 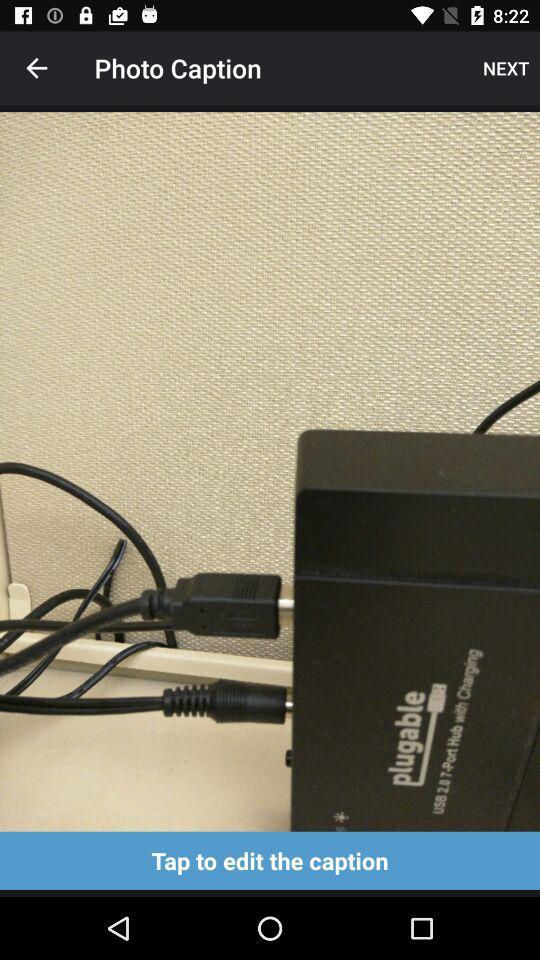 What do you see at coordinates (270, 859) in the screenshot?
I see `edit the caption` at bounding box center [270, 859].